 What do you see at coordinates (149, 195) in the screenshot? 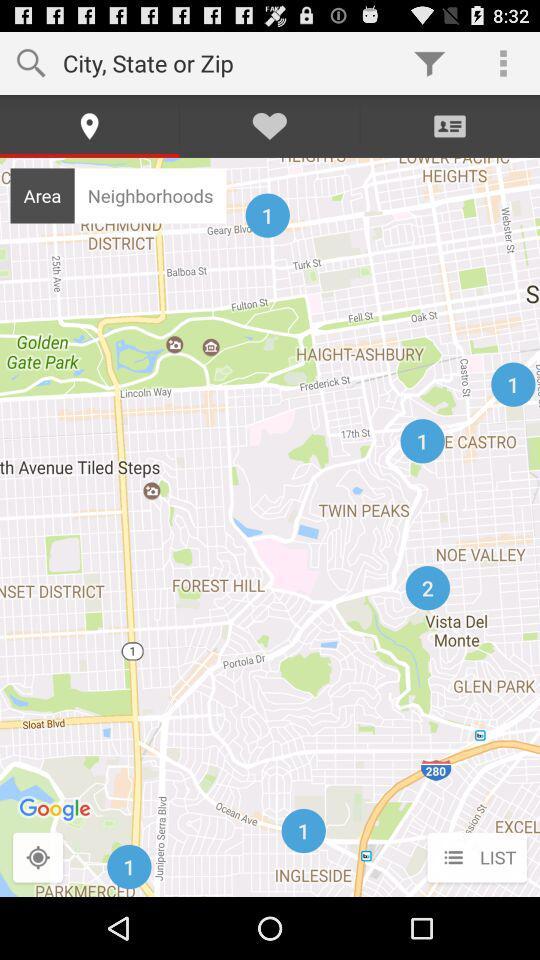
I see `the neighborhoods item` at bounding box center [149, 195].